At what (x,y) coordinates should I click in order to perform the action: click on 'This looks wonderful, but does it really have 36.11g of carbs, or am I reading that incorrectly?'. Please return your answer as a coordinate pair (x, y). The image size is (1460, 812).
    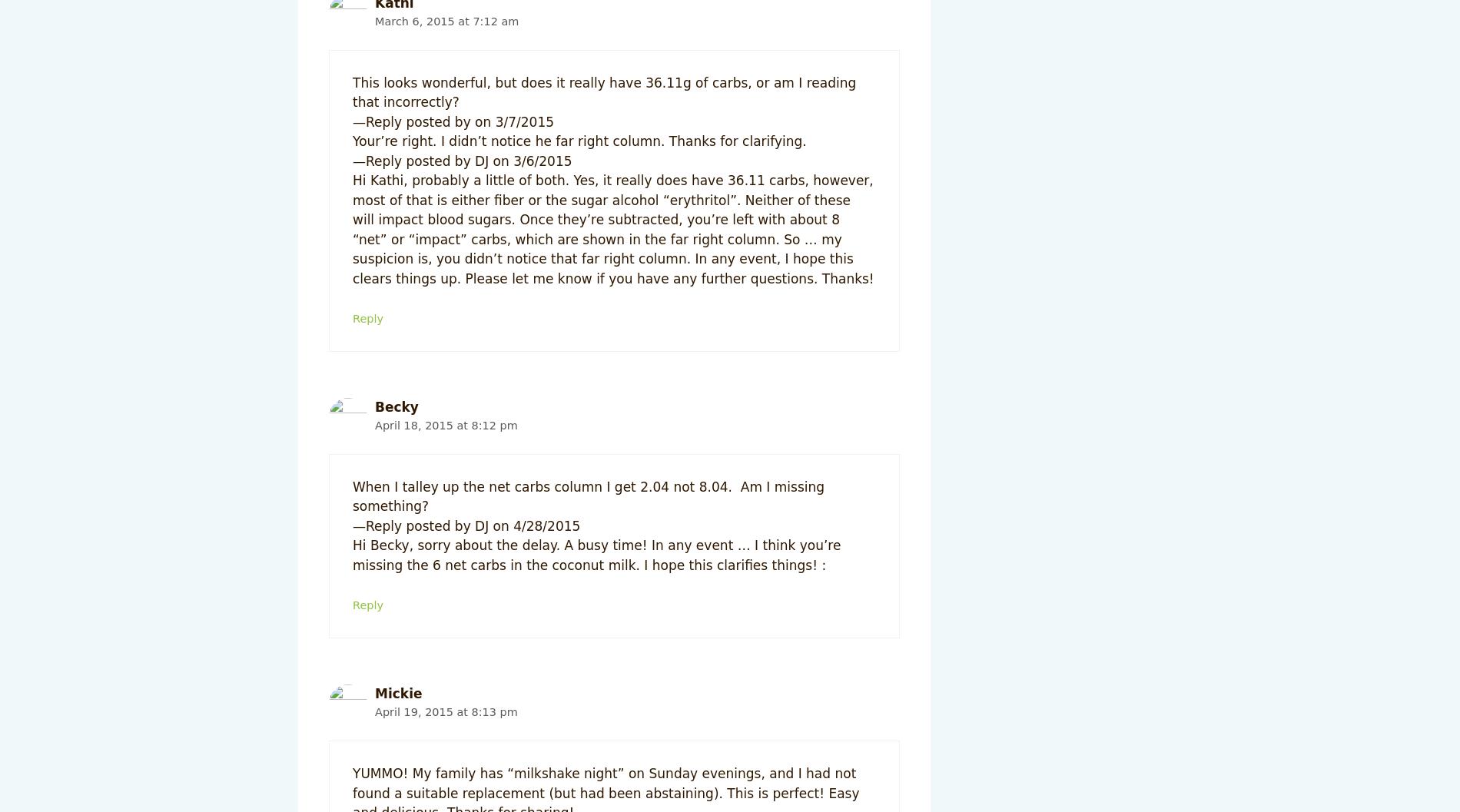
    Looking at the image, I should click on (603, 91).